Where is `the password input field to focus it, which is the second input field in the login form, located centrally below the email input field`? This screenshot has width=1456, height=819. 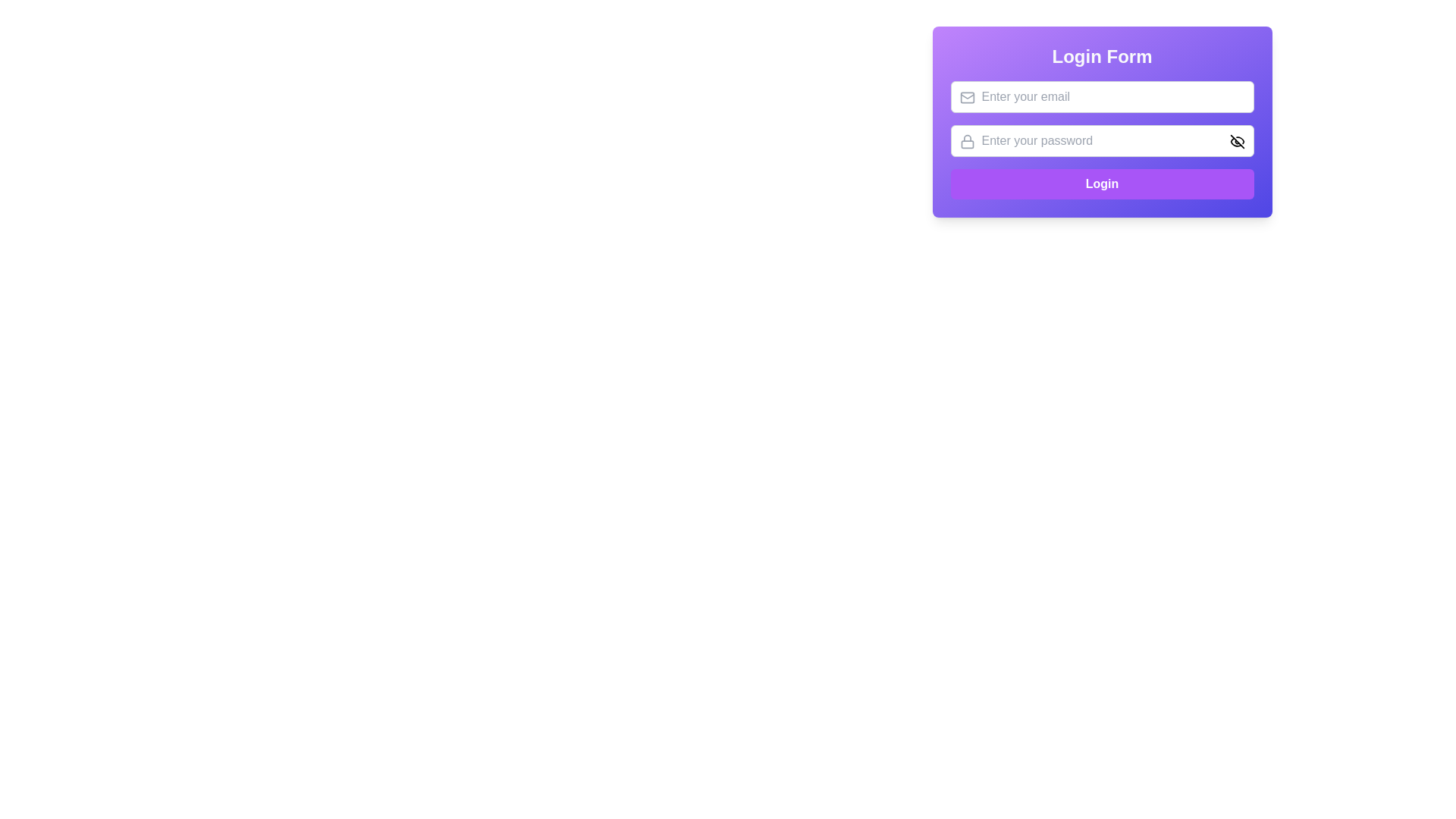
the password input field to focus it, which is the second input field in the login form, located centrally below the email input field is located at coordinates (1102, 140).